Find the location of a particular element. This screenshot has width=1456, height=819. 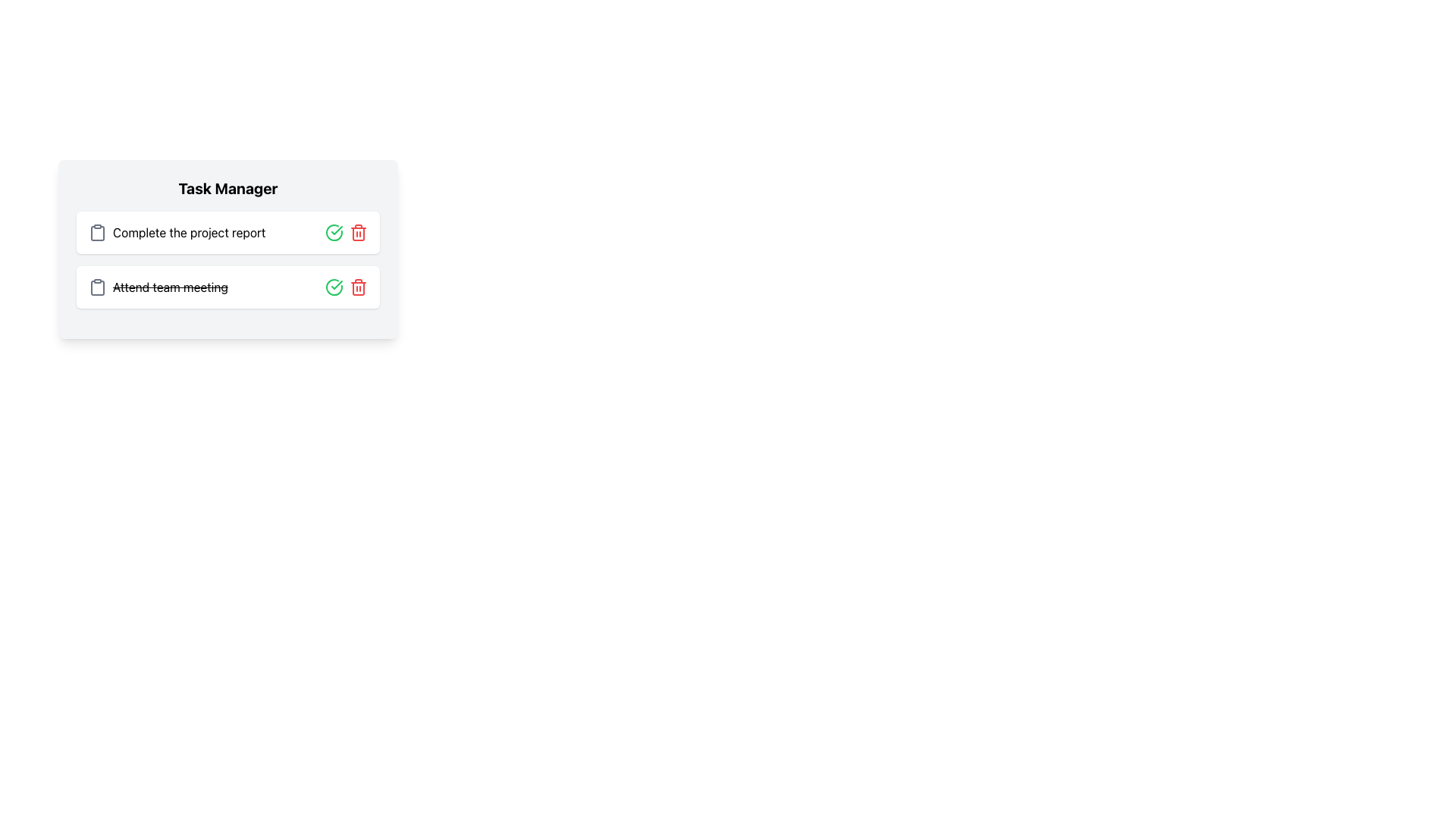

text content of the task labeled 'Attend team meeting' which is displayed with a line-through styling to indicate its completed state is located at coordinates (158, 287).